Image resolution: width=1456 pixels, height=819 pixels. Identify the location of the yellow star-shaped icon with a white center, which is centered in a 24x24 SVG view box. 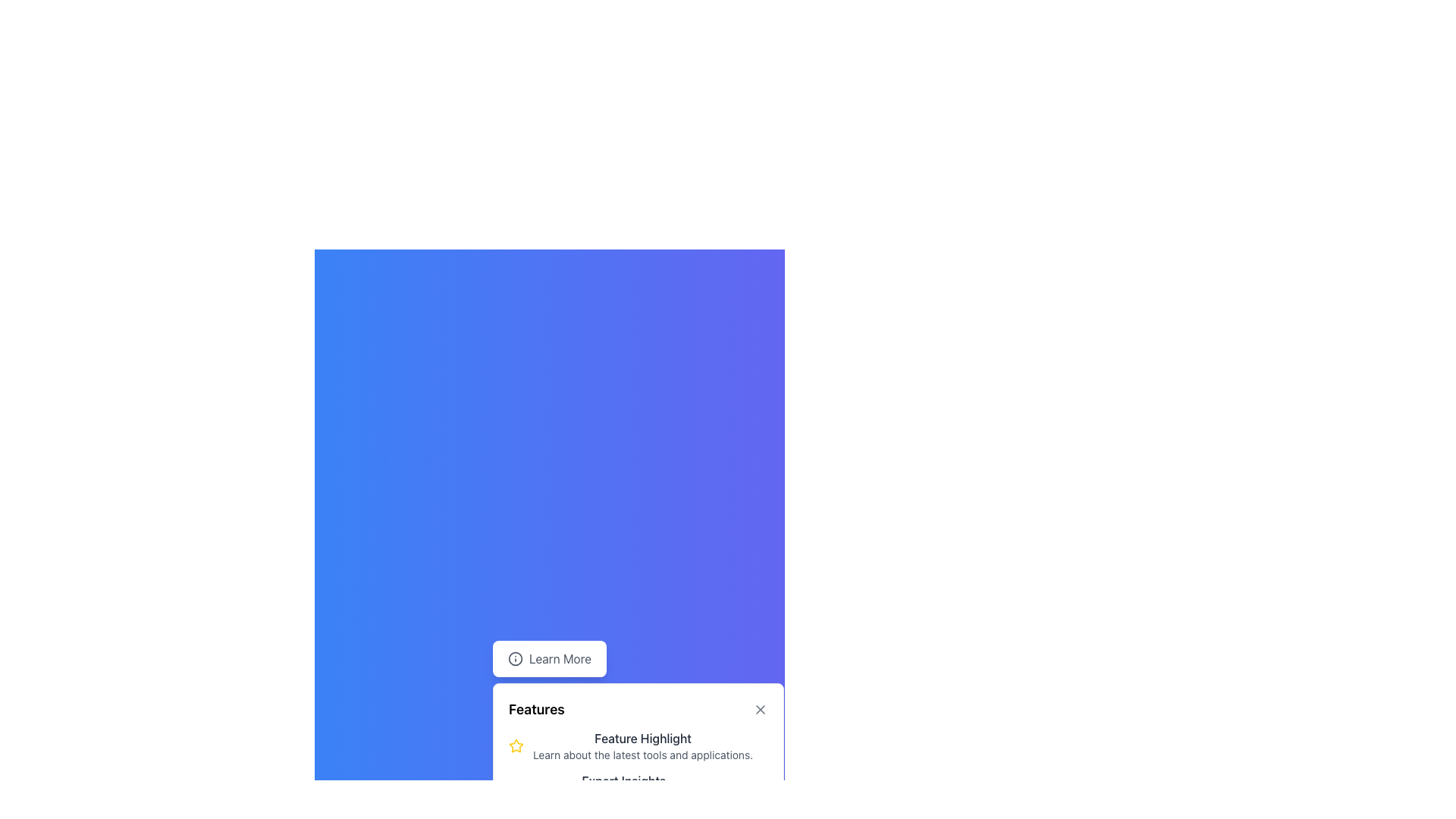
(516, 745).